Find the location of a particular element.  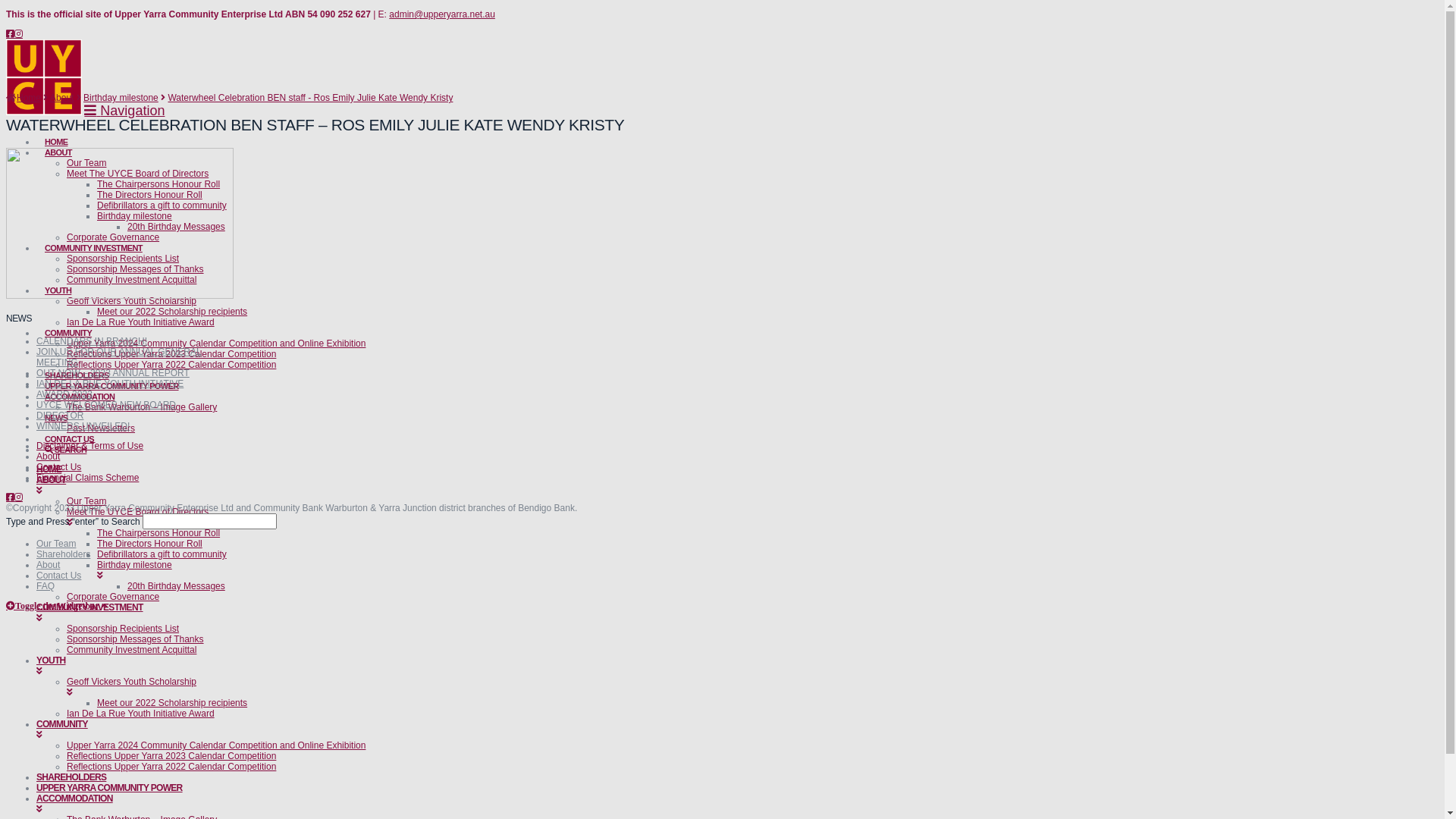

'The Chairpersons Honour Roll' is located at coordinates (158, 532).